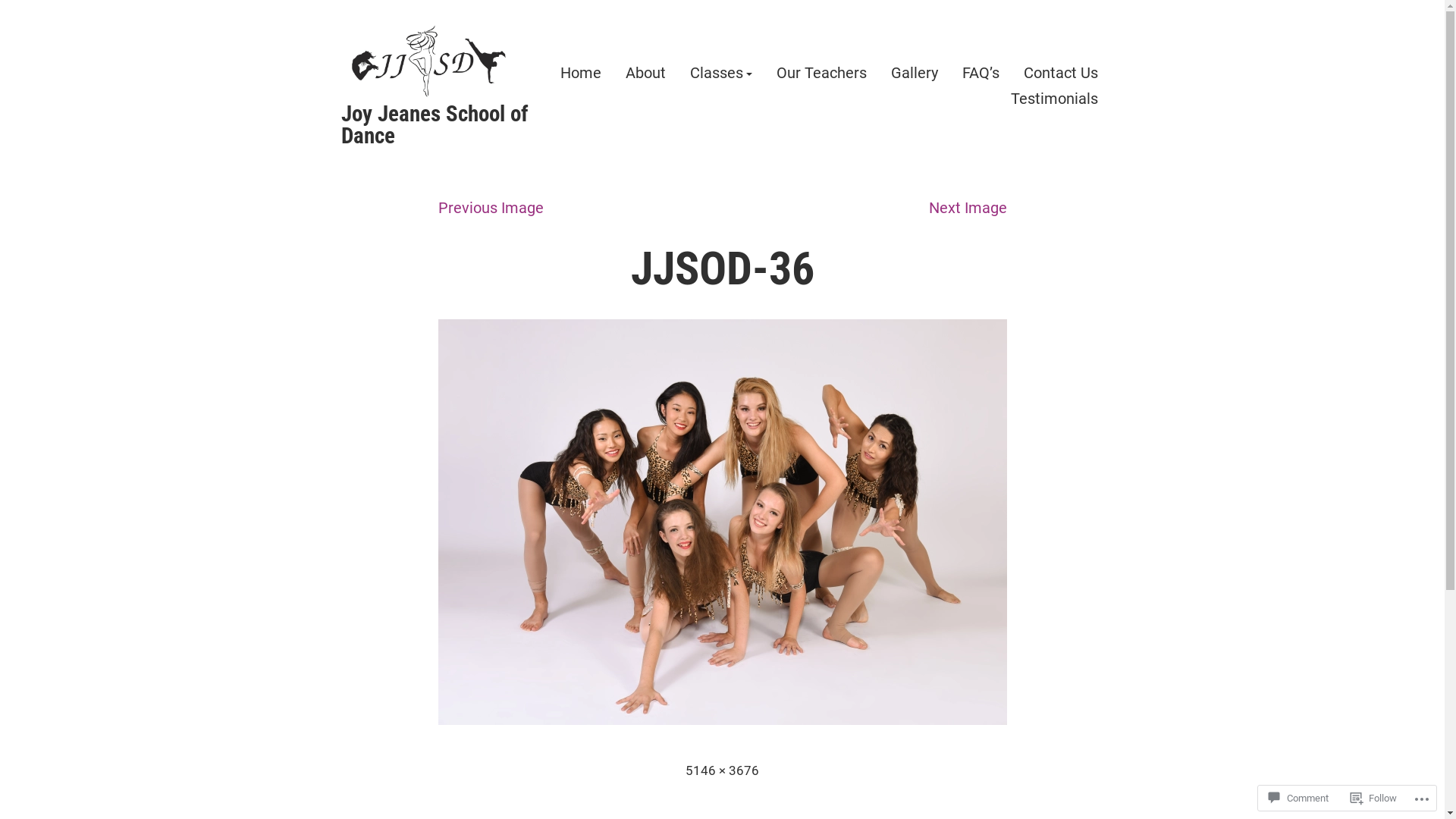 Image resolution: width=1456 pixels, height=819 pixels. Describe the element at coordinates (912, 73) in the screenshot. I see `'Gallery'` at that location.